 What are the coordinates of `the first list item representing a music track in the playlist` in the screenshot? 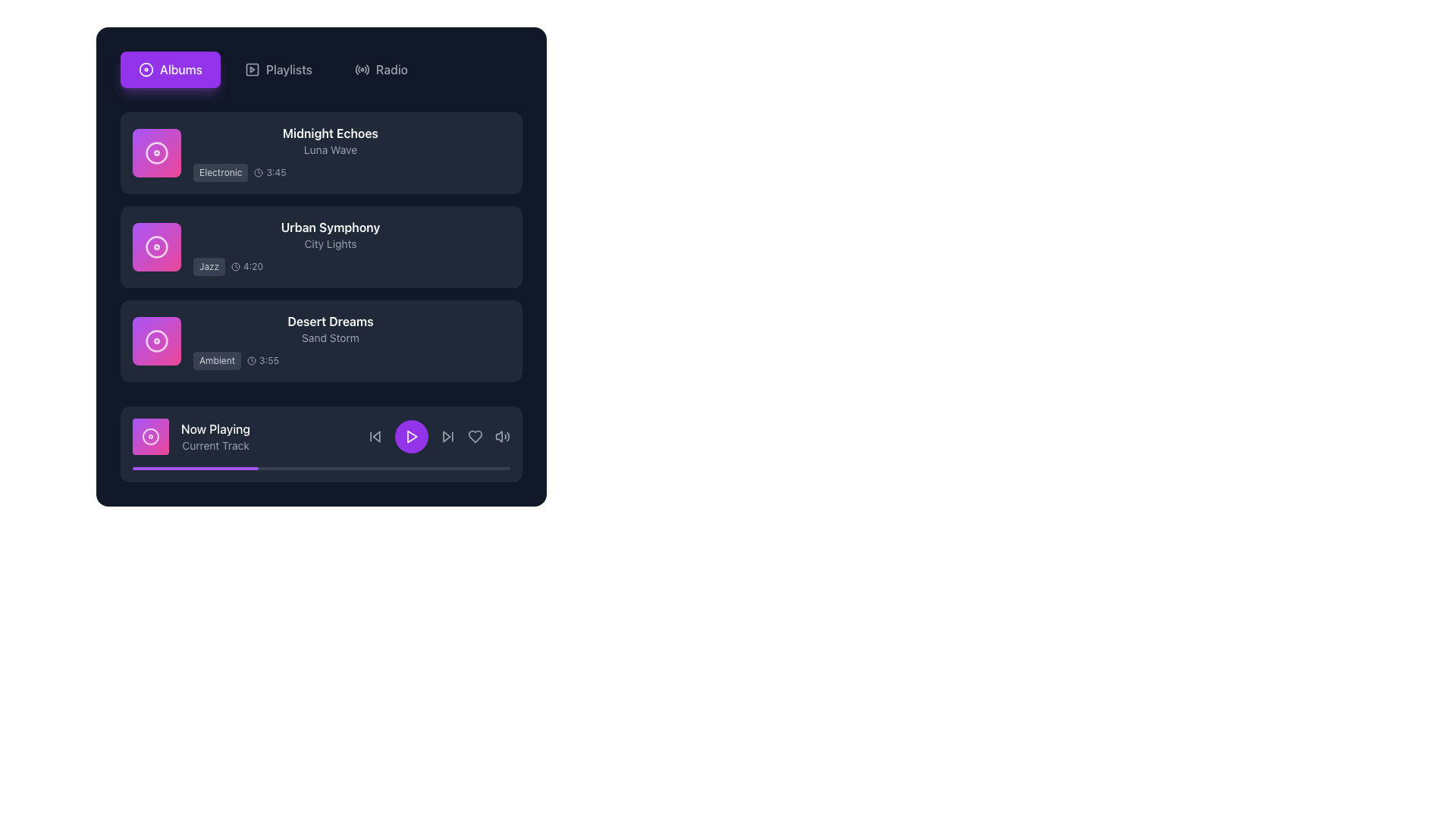 It's located at (330, 152).